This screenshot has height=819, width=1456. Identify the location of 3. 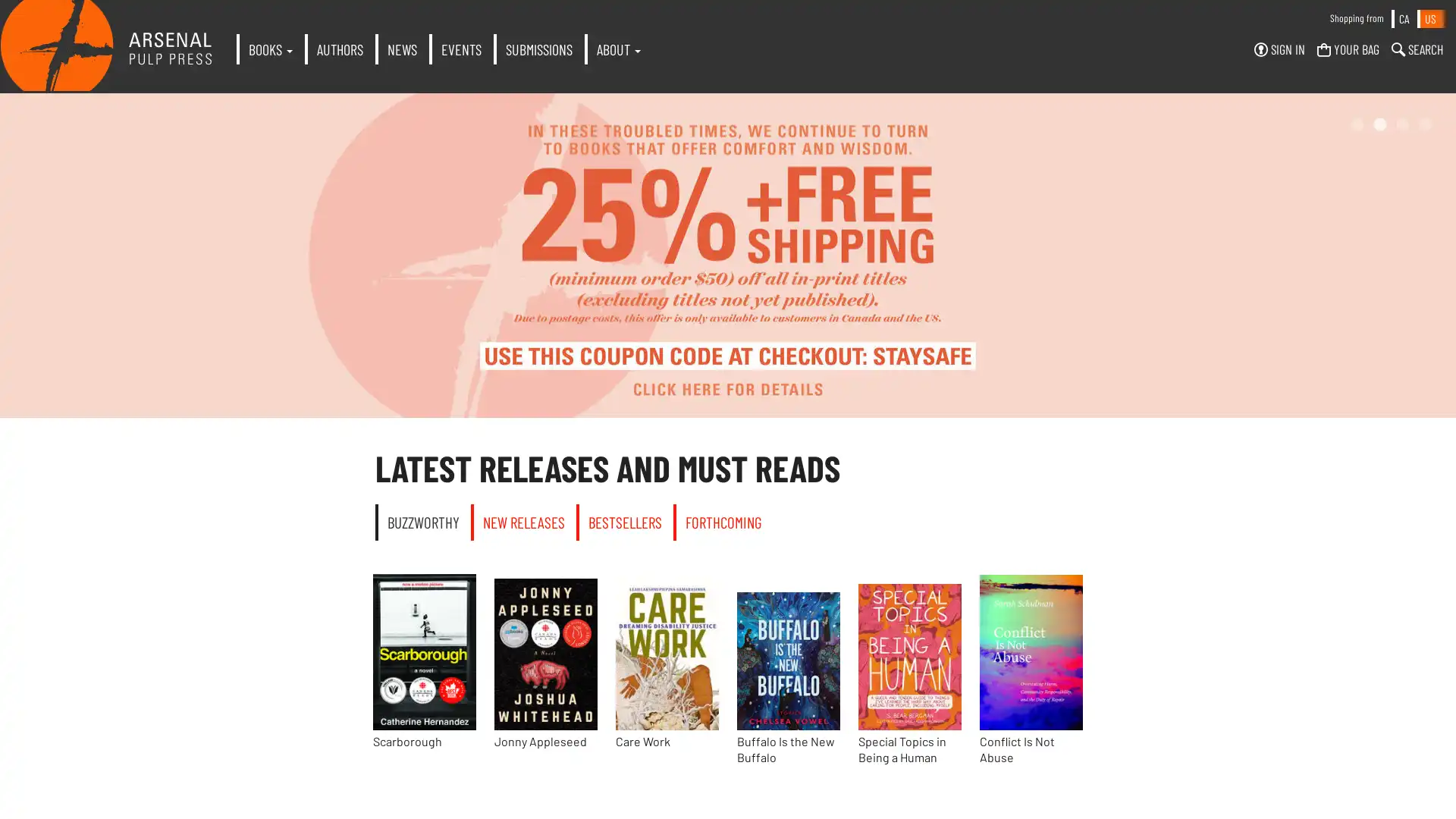
(1401, 124).